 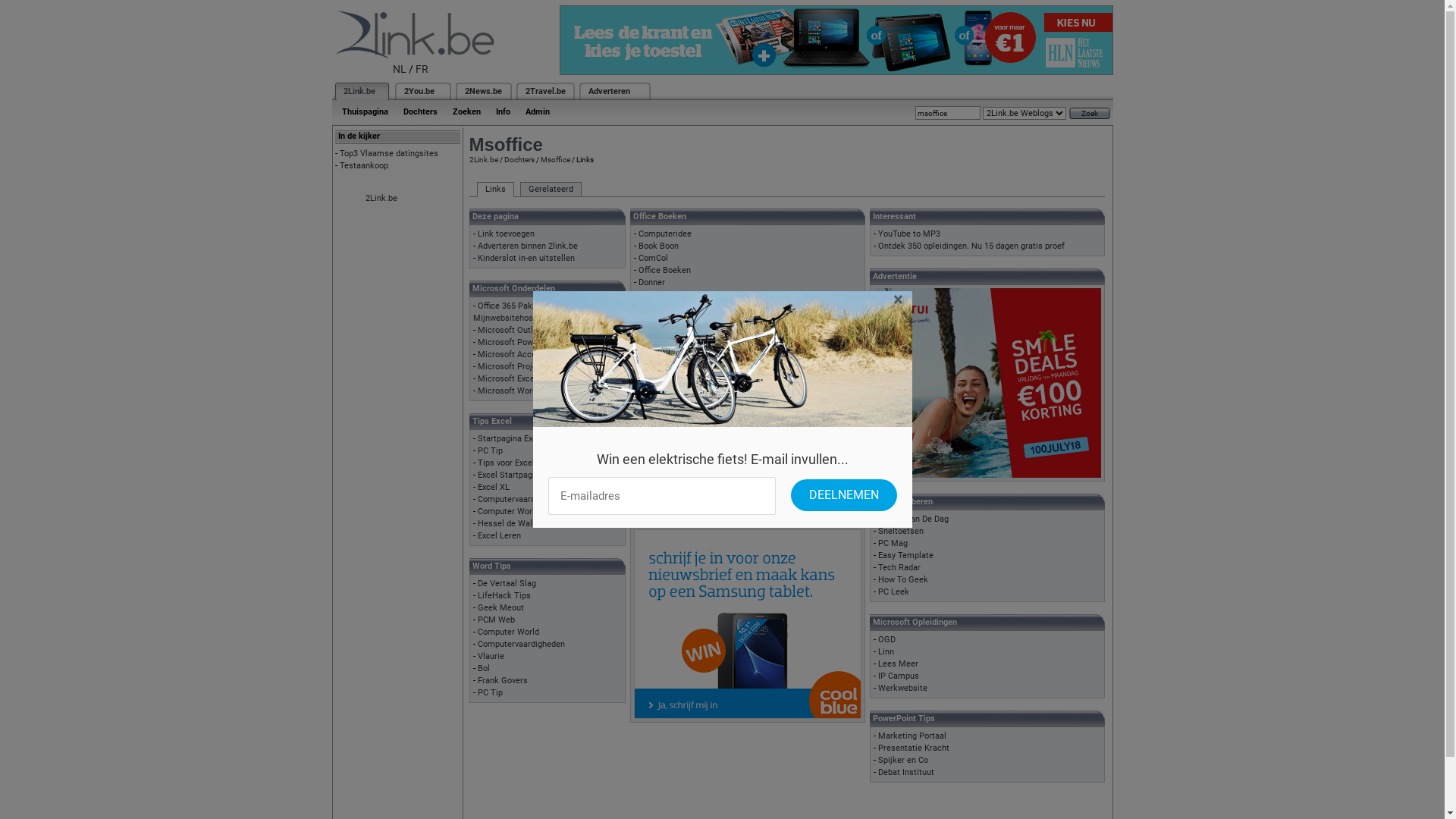 What do you see at coordinates (496, 620) in the screenshot?
I see `'PCM Web'` at bounding box center [496, 620].